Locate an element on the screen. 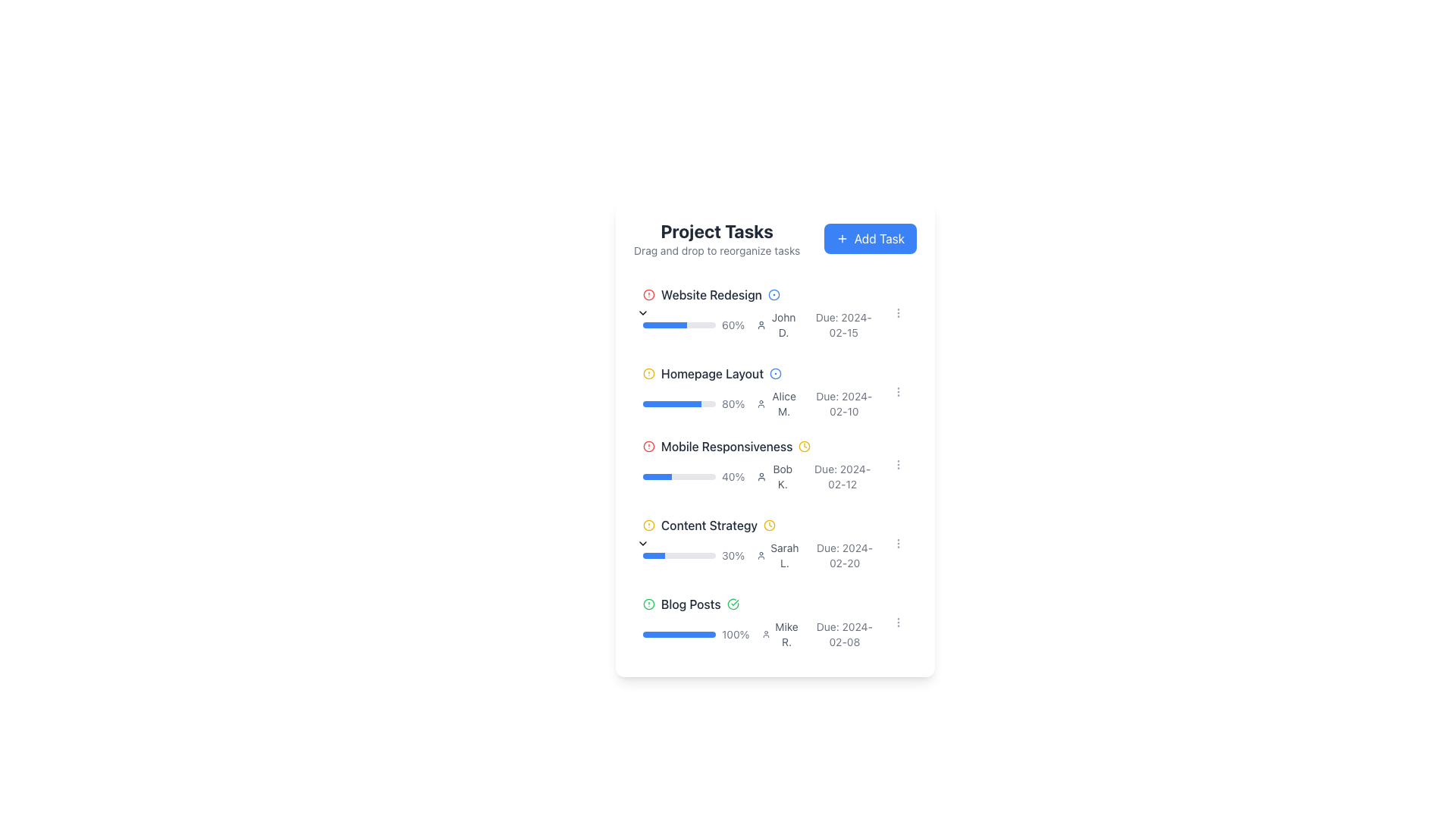 This screenshot has height=819, width=1456. the draggable handle icon consisting of nine small circles arranged in a 3x3 grid layout, located within the leftmost part of the 'Mobile Responsiveness' task list row is located at coordinates (625, 464).